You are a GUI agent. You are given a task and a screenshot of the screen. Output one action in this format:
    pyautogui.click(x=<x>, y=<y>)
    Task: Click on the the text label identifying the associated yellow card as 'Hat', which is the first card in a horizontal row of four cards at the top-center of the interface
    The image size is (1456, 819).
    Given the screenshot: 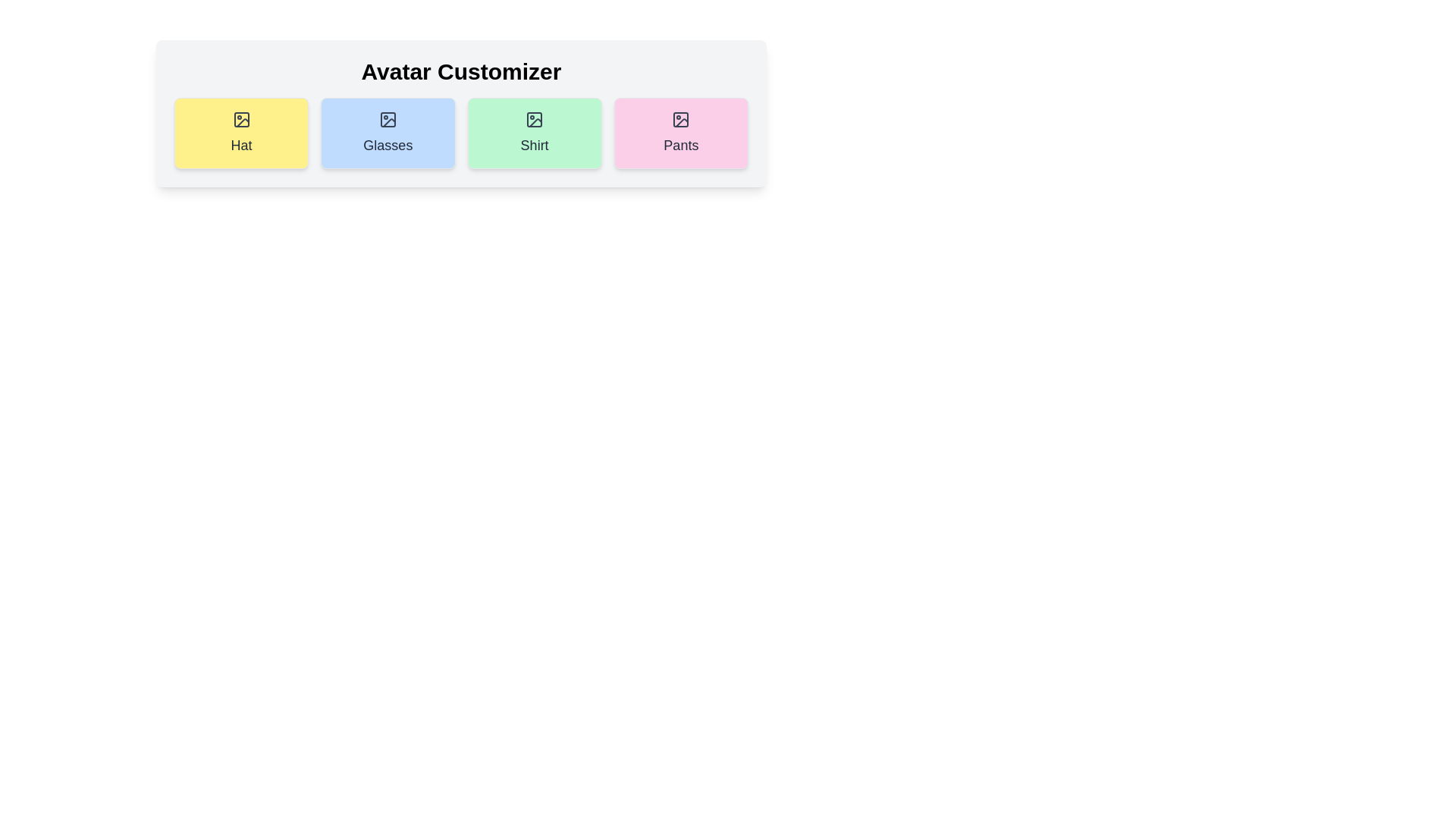 What is the action you would take?
    pyautogui.click(x=240, y=146)
    